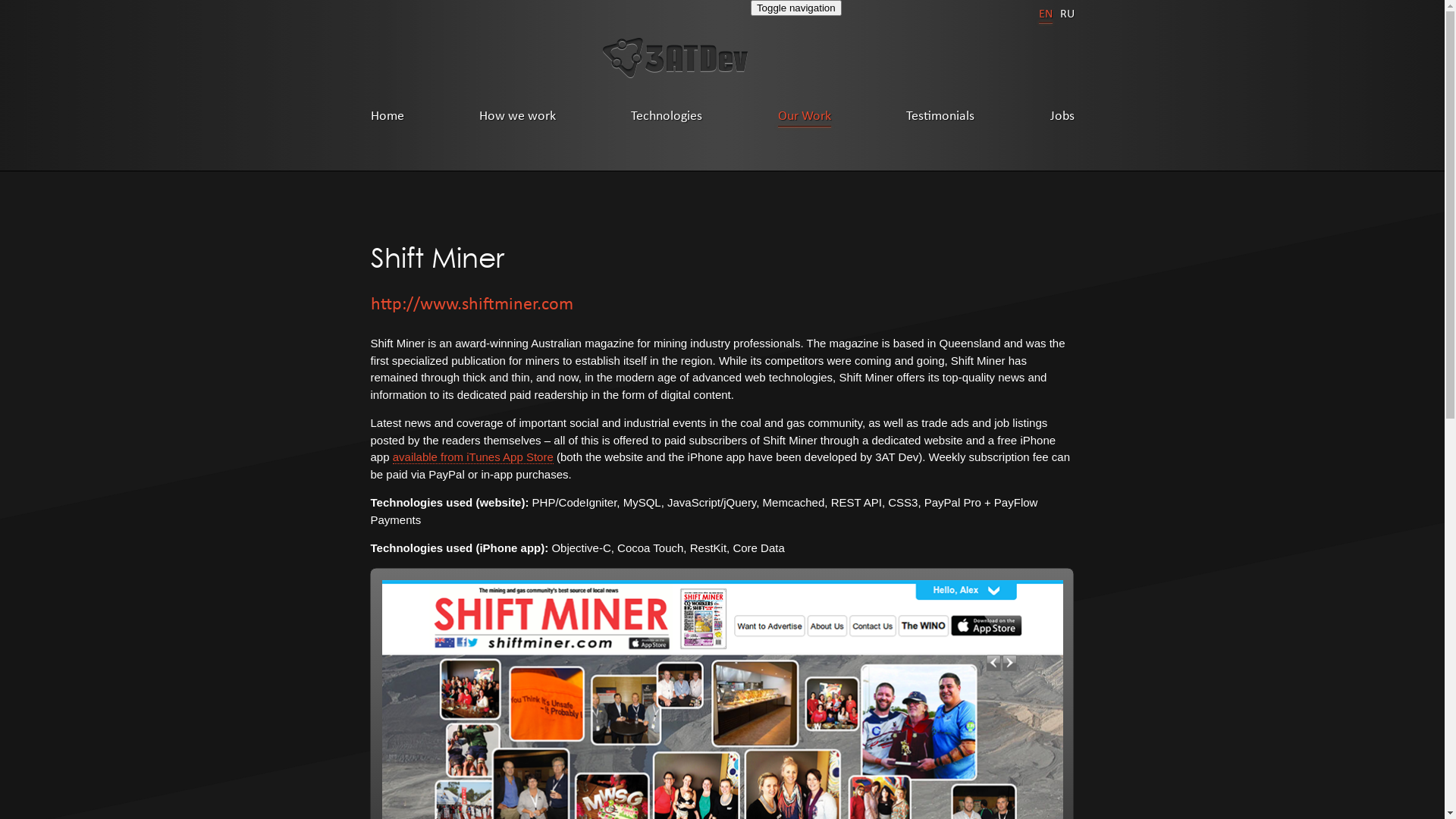 This screenshot has height=819, width=1456. What do you see at coordinates (517, 114) in the screenshot?
I see `'How we work'` at bounding box center [517, 114].